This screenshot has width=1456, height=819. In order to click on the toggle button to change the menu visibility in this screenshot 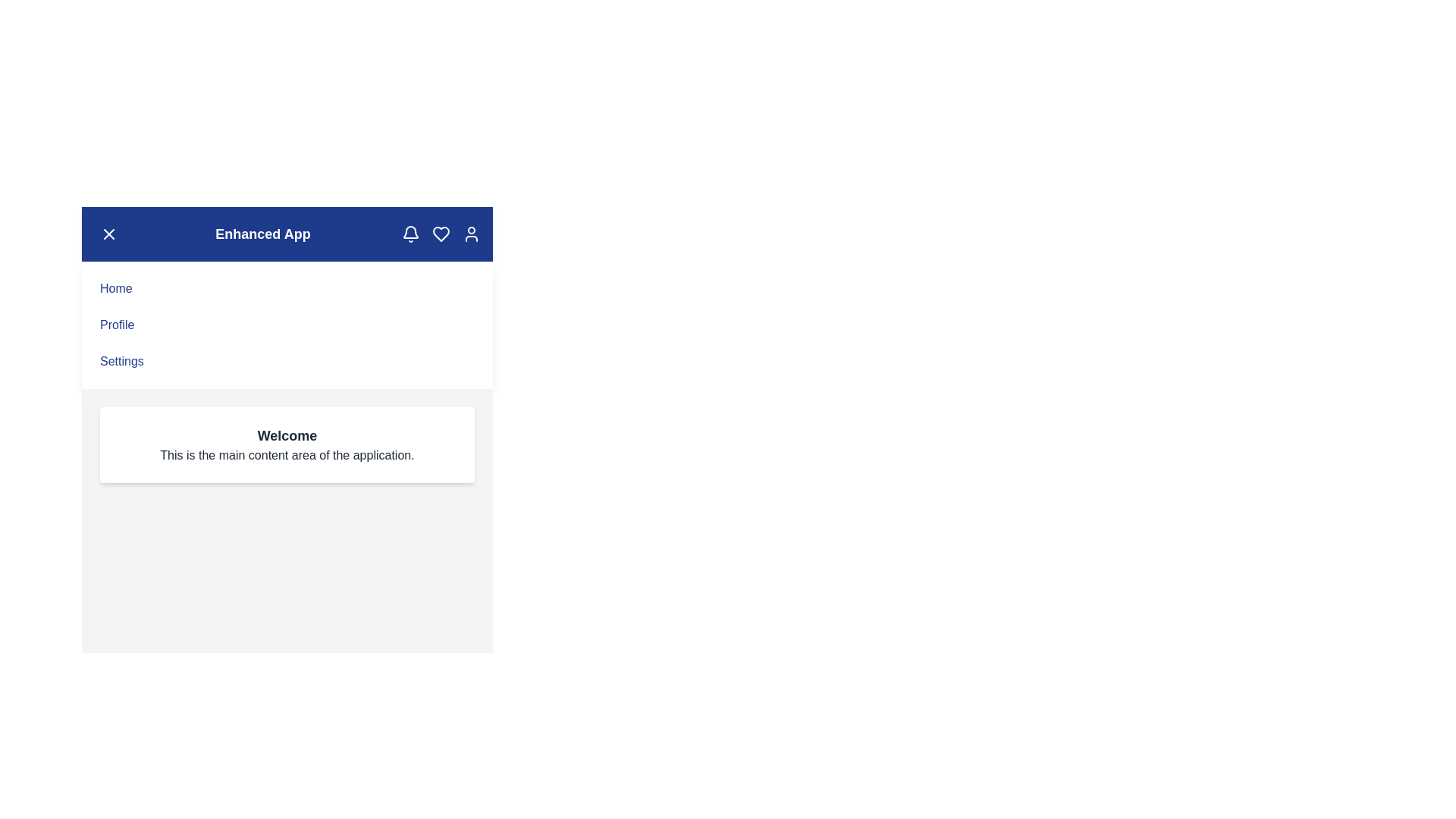, I will do `click(108, 234)`.